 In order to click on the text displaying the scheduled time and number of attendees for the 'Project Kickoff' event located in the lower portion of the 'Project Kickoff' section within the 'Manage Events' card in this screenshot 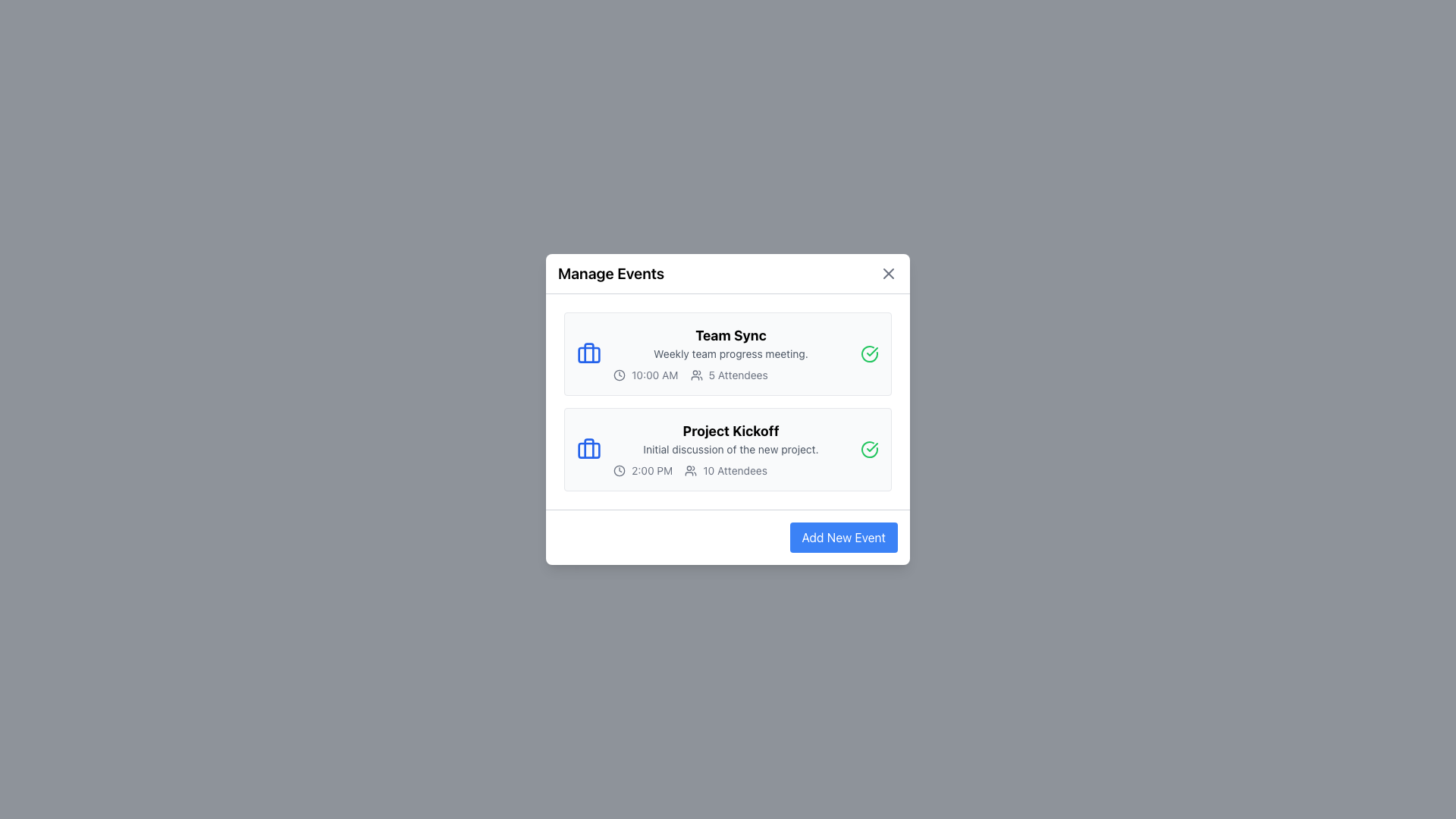, I will do `click(731, 470)`.